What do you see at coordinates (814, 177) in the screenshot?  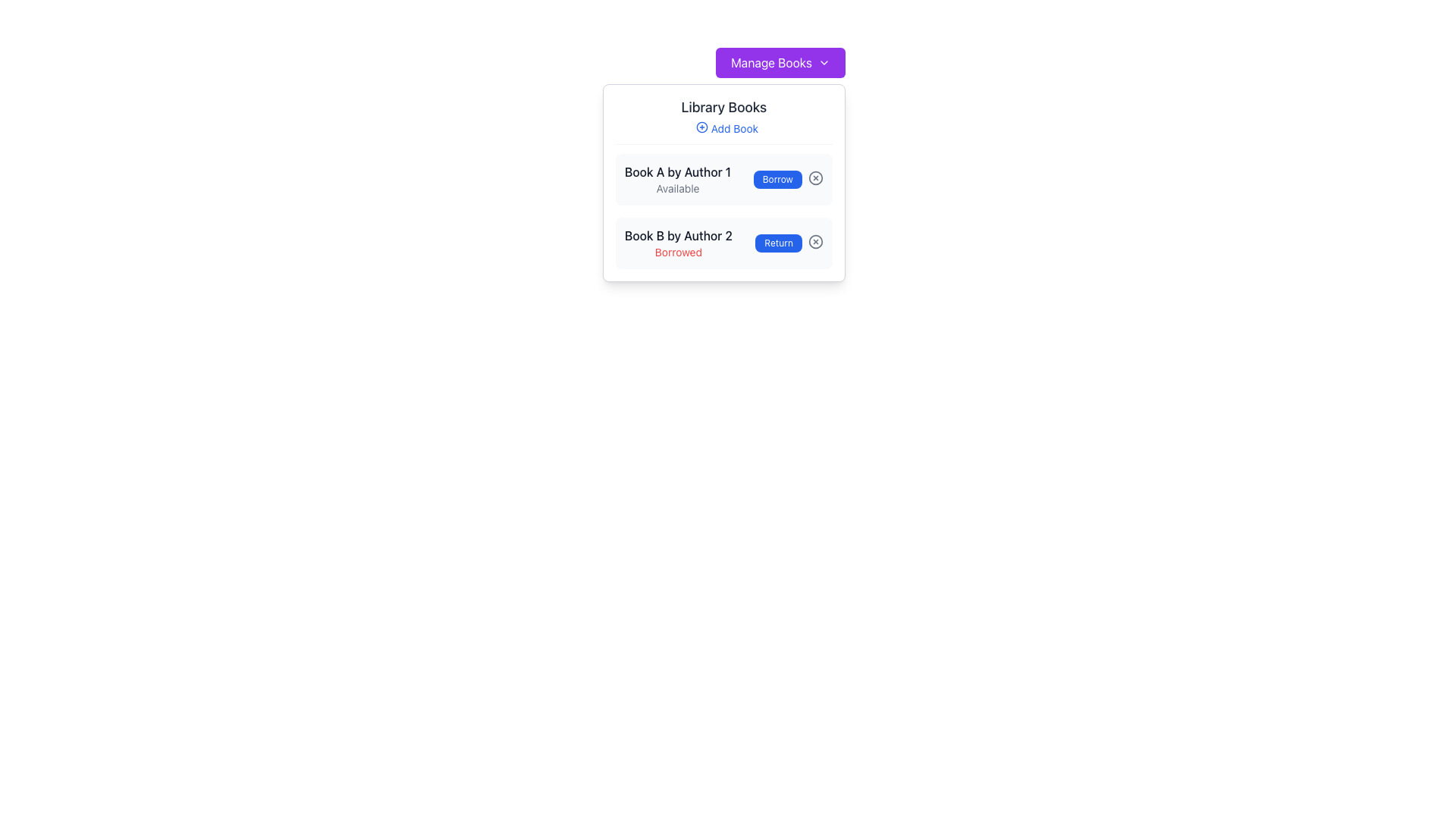 I see `the gray circle icon with a cross inside, located to the right of the 'Borrow' button in the control section of the book entry for 'Book A by Author 1' to change its color` at bounding box center [814, 177].